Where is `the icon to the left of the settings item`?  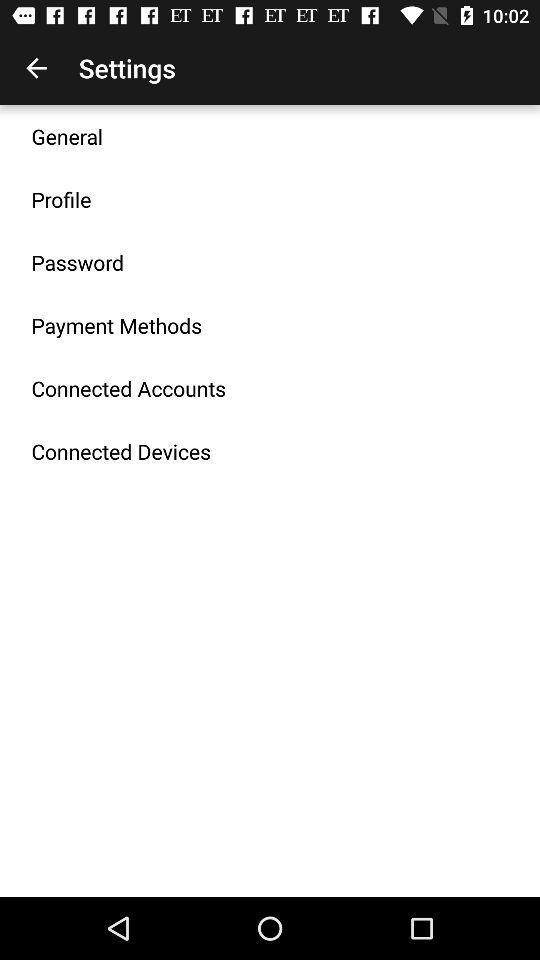 the icon to the left of the settings item is located at coordinates (36, 68).